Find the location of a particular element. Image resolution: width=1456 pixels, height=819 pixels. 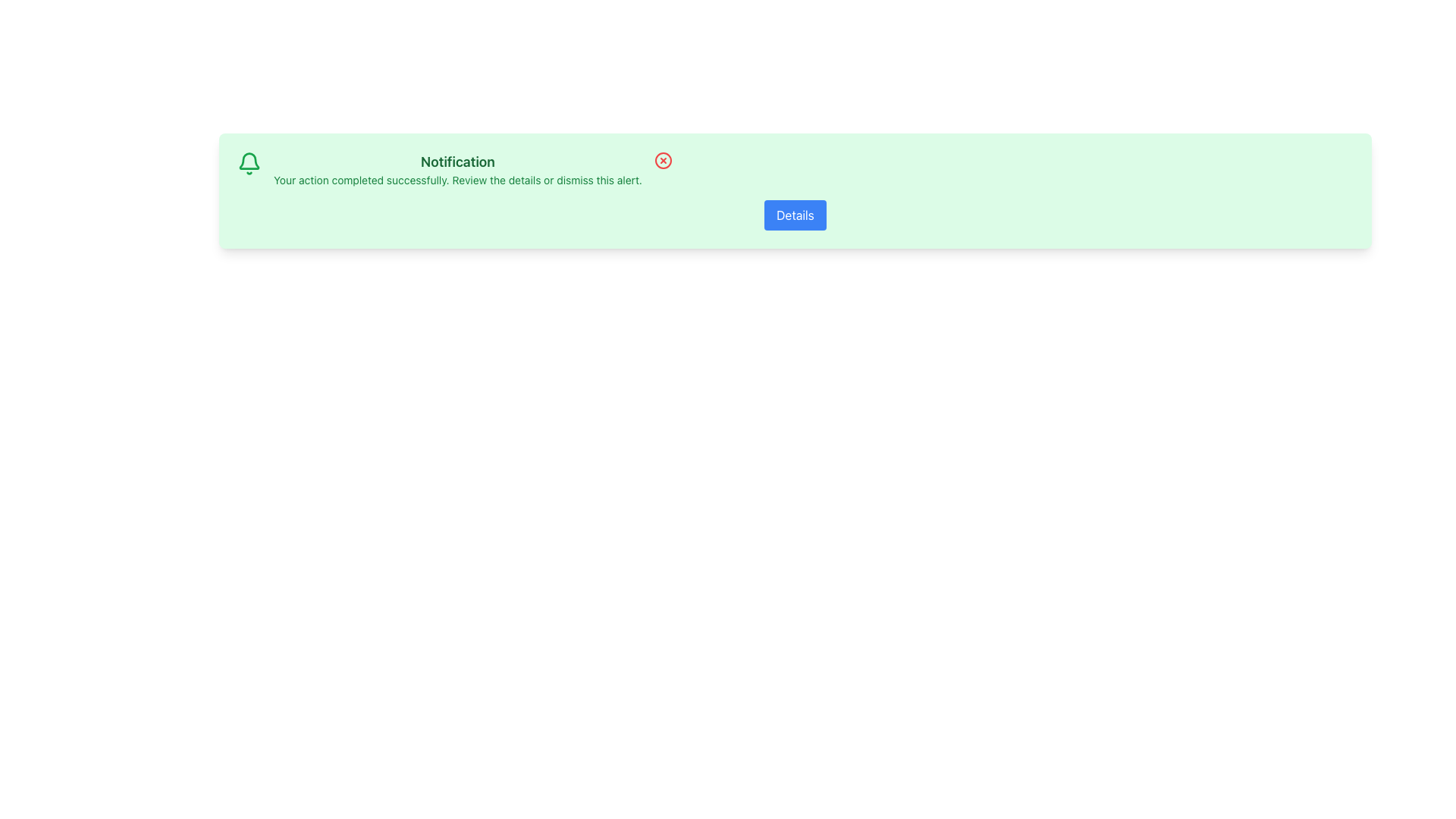

the SVG Circle located in the top-right portion of the notification banner to interact with it is located at coordinates (663, 161).